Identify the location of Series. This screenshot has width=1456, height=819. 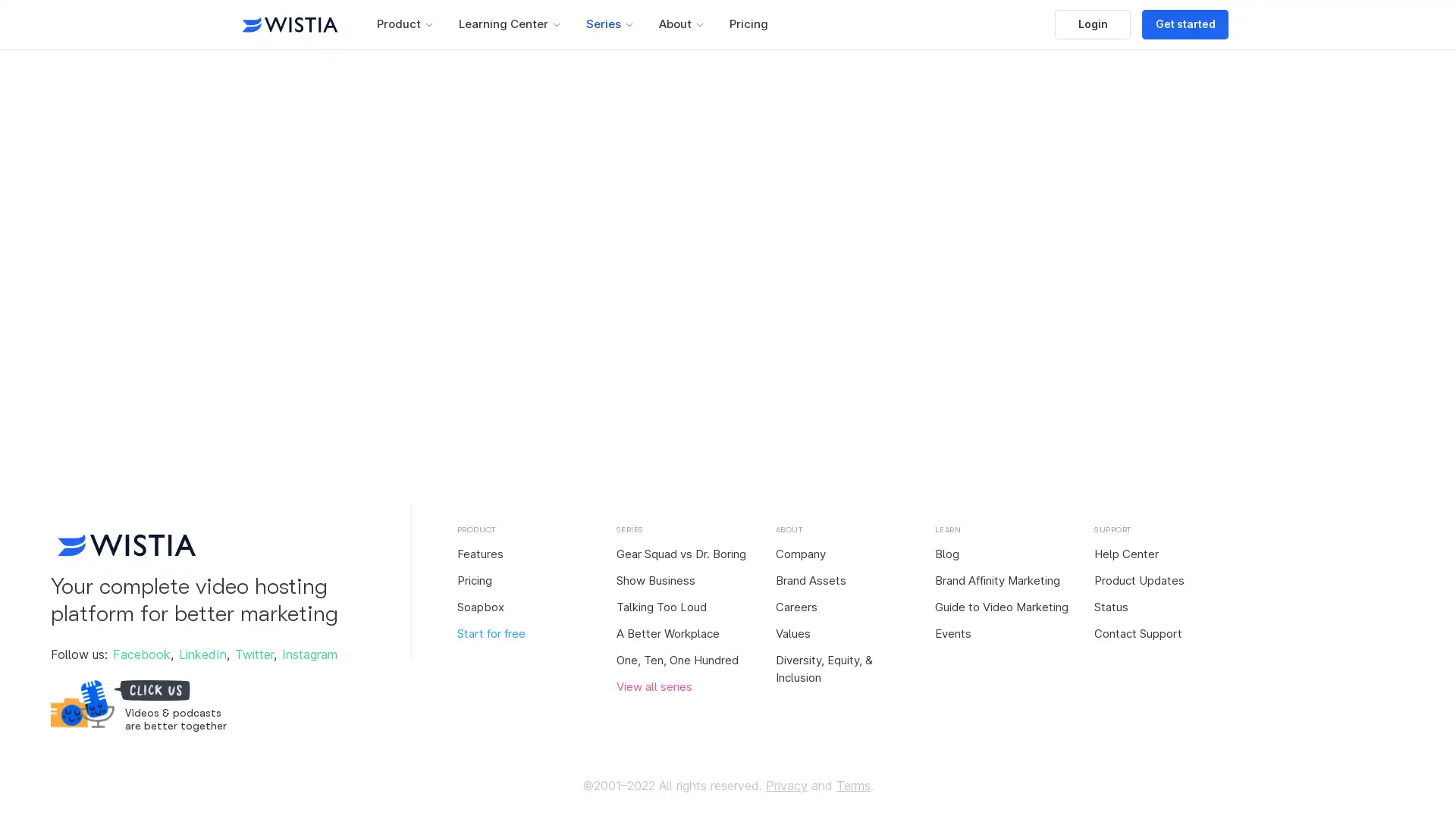
(608, 24).